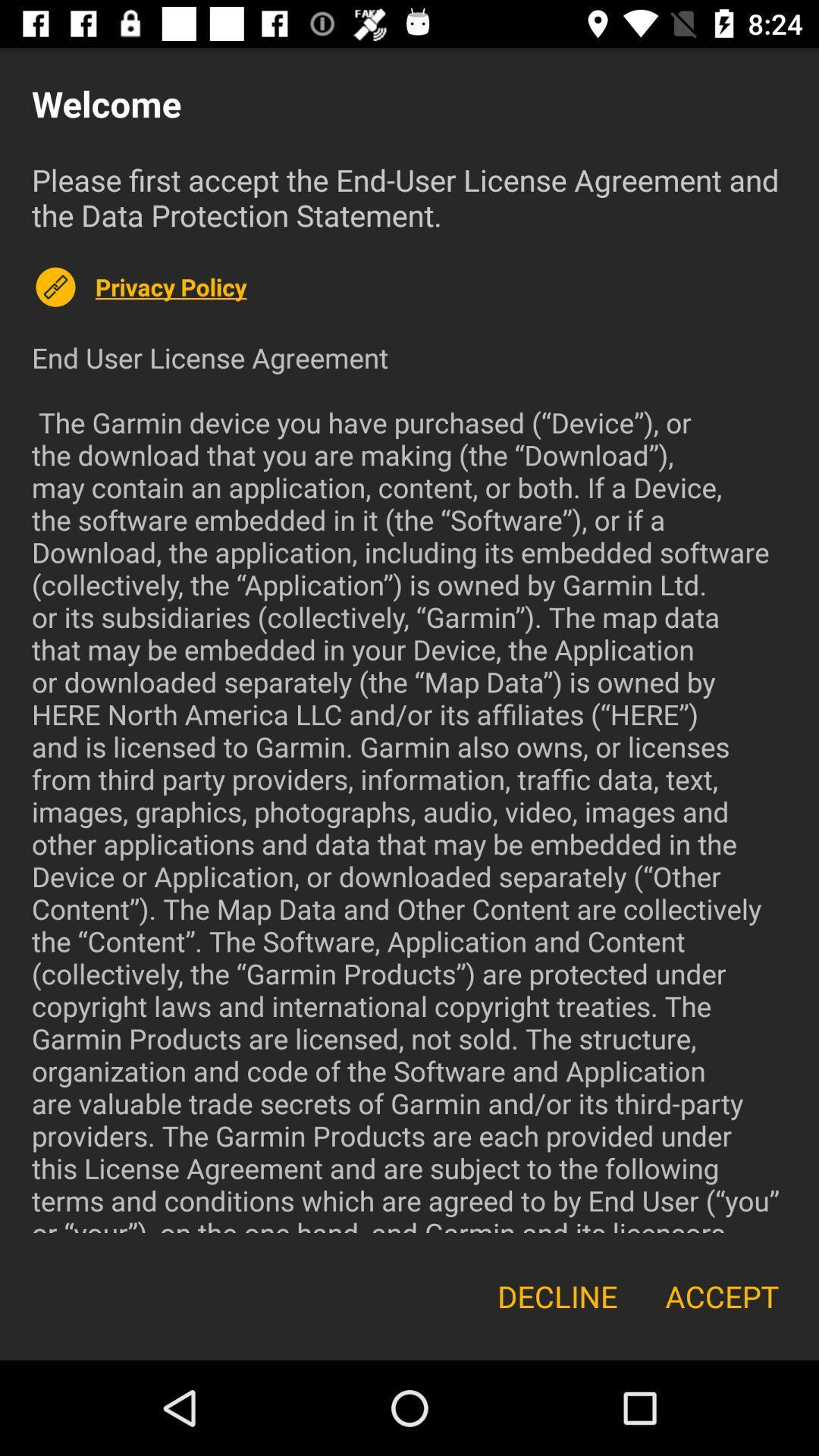 The height and width of the screenshot is (1456, 819). Describe the element at coordinates (441, 287) in the screenshot. I see `the icon above end user license icon` at that location.